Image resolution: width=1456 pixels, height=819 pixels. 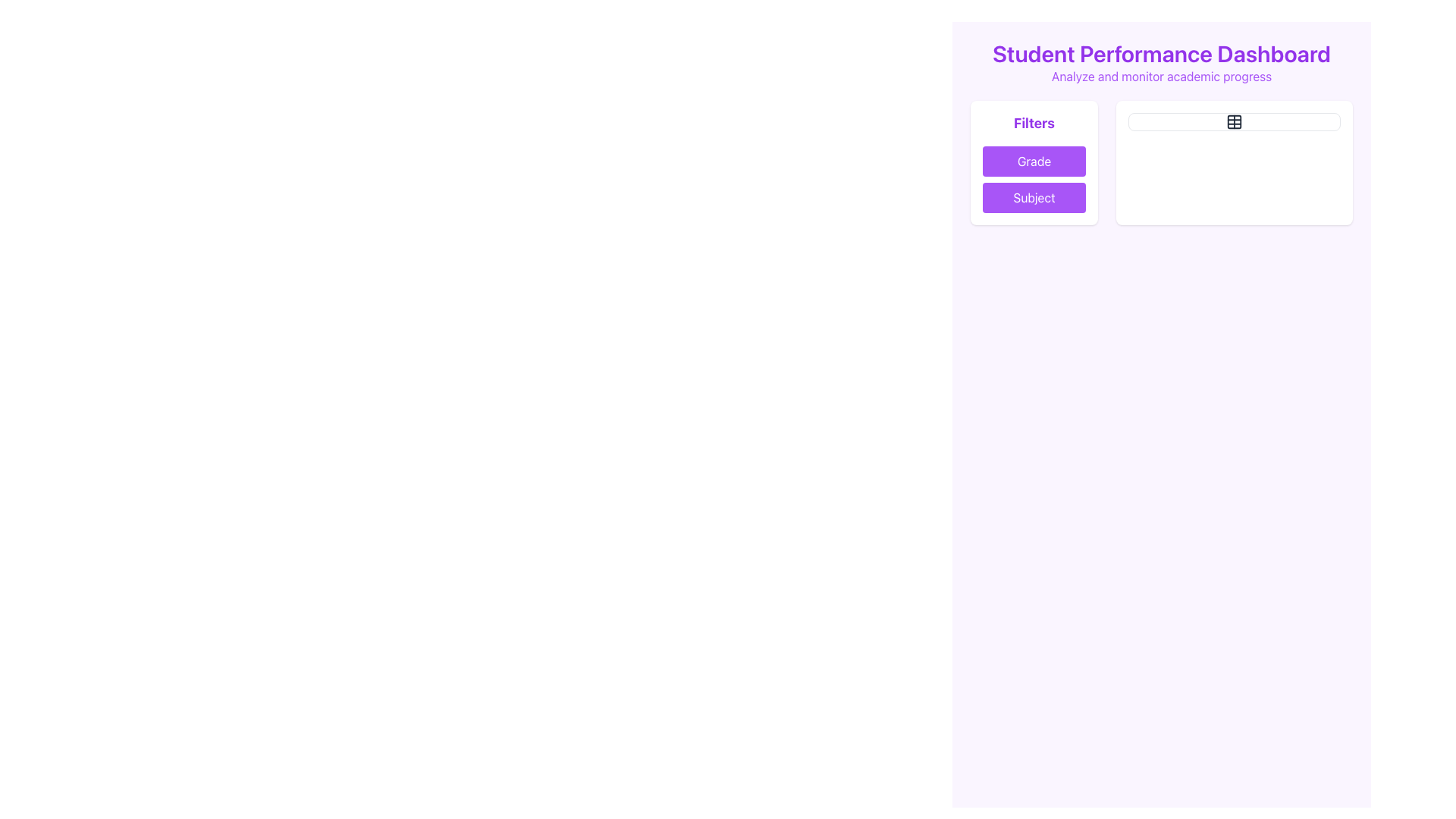 What do you see at coordinates (1234, 121) in the screenshot?
I see `the SVG icon representing a table layout, which is located in the right-hand card of the interface towards the top center` at bounding box center [1234, 121].